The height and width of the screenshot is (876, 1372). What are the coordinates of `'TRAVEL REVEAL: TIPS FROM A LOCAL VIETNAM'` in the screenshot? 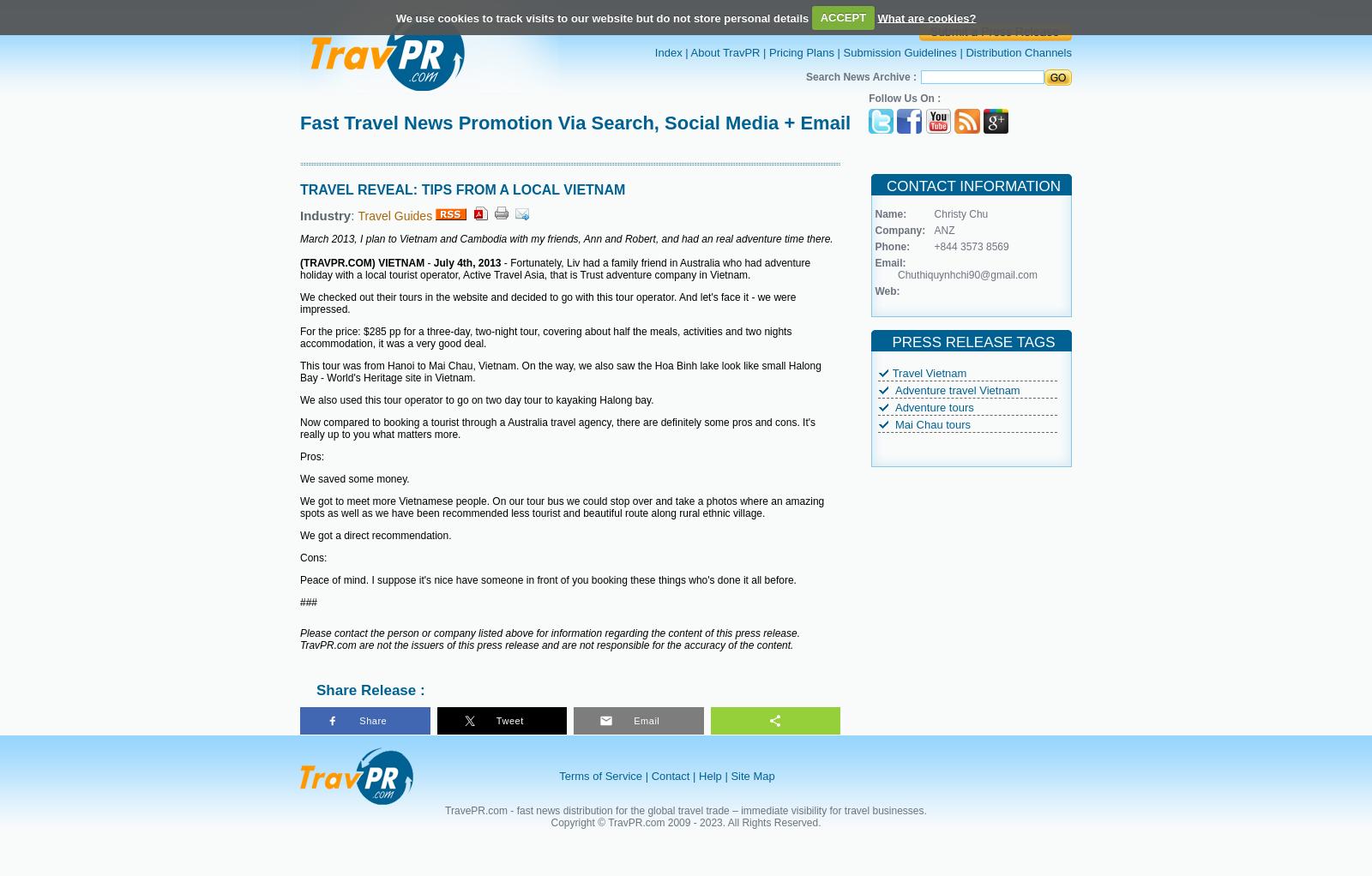 It's located at (461, 189).